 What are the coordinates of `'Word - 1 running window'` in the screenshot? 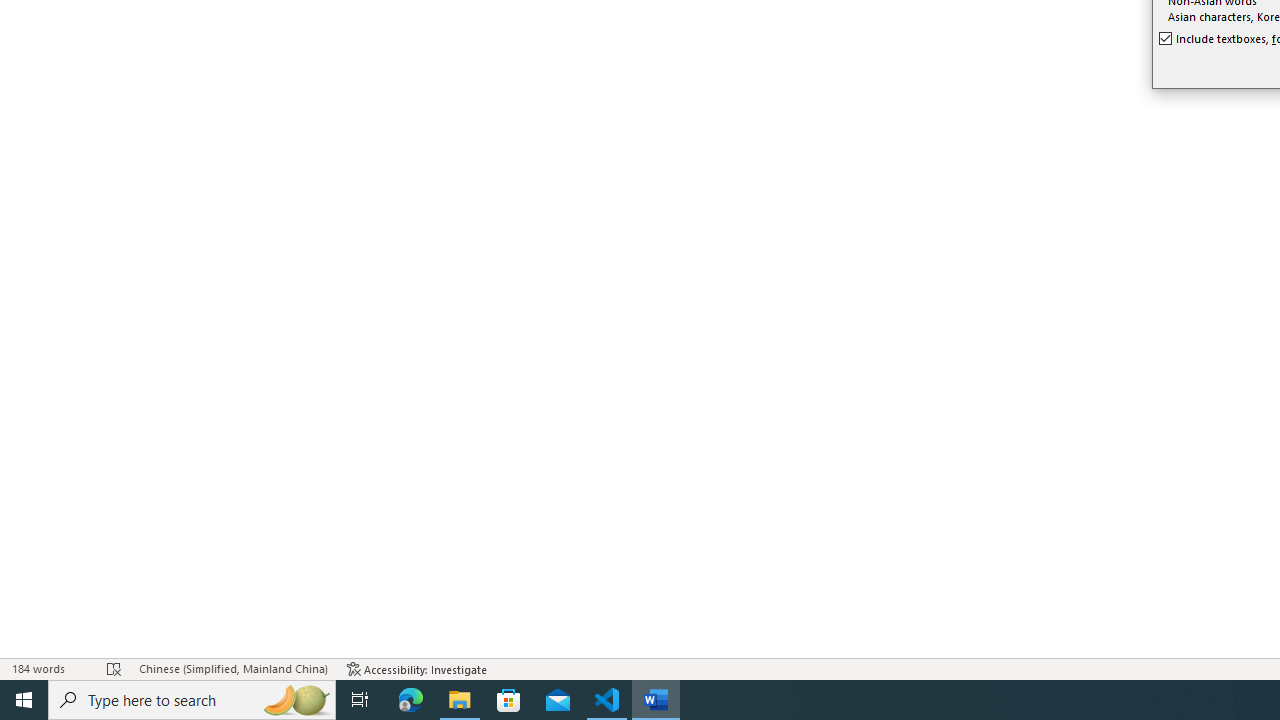 It's located at (656, 698).